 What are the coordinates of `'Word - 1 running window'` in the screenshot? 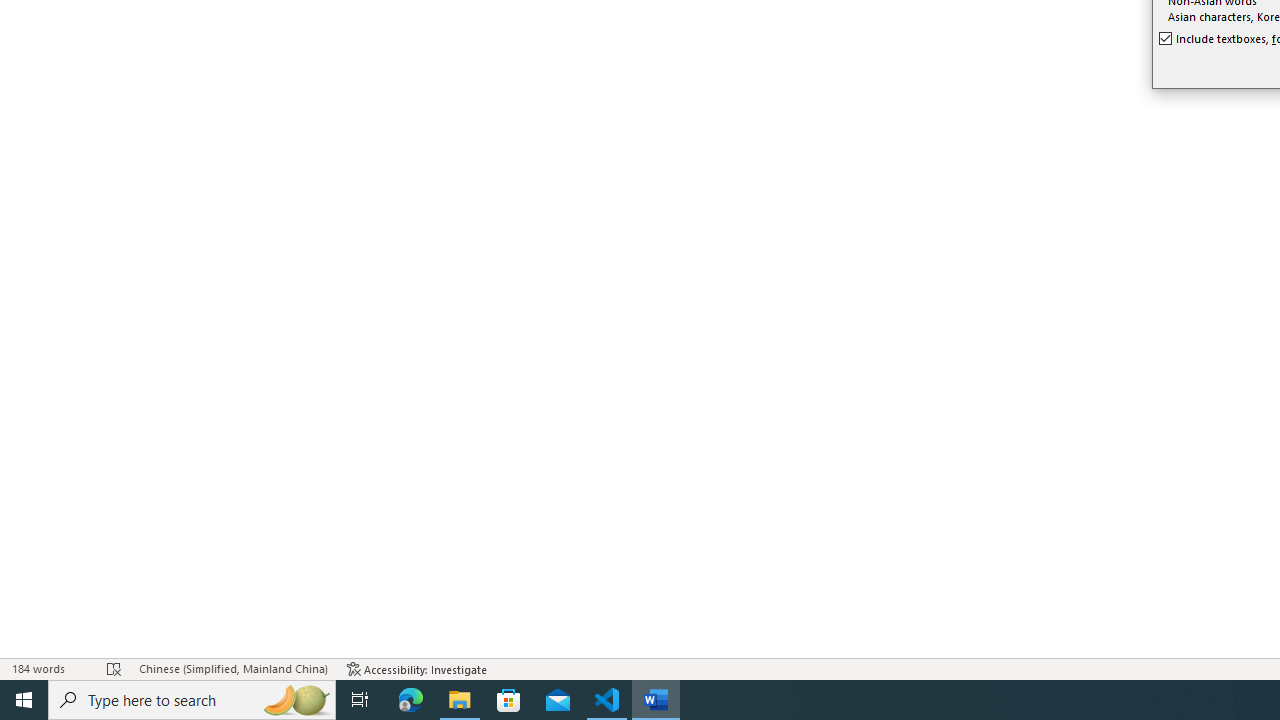 It's located at (656, 698).